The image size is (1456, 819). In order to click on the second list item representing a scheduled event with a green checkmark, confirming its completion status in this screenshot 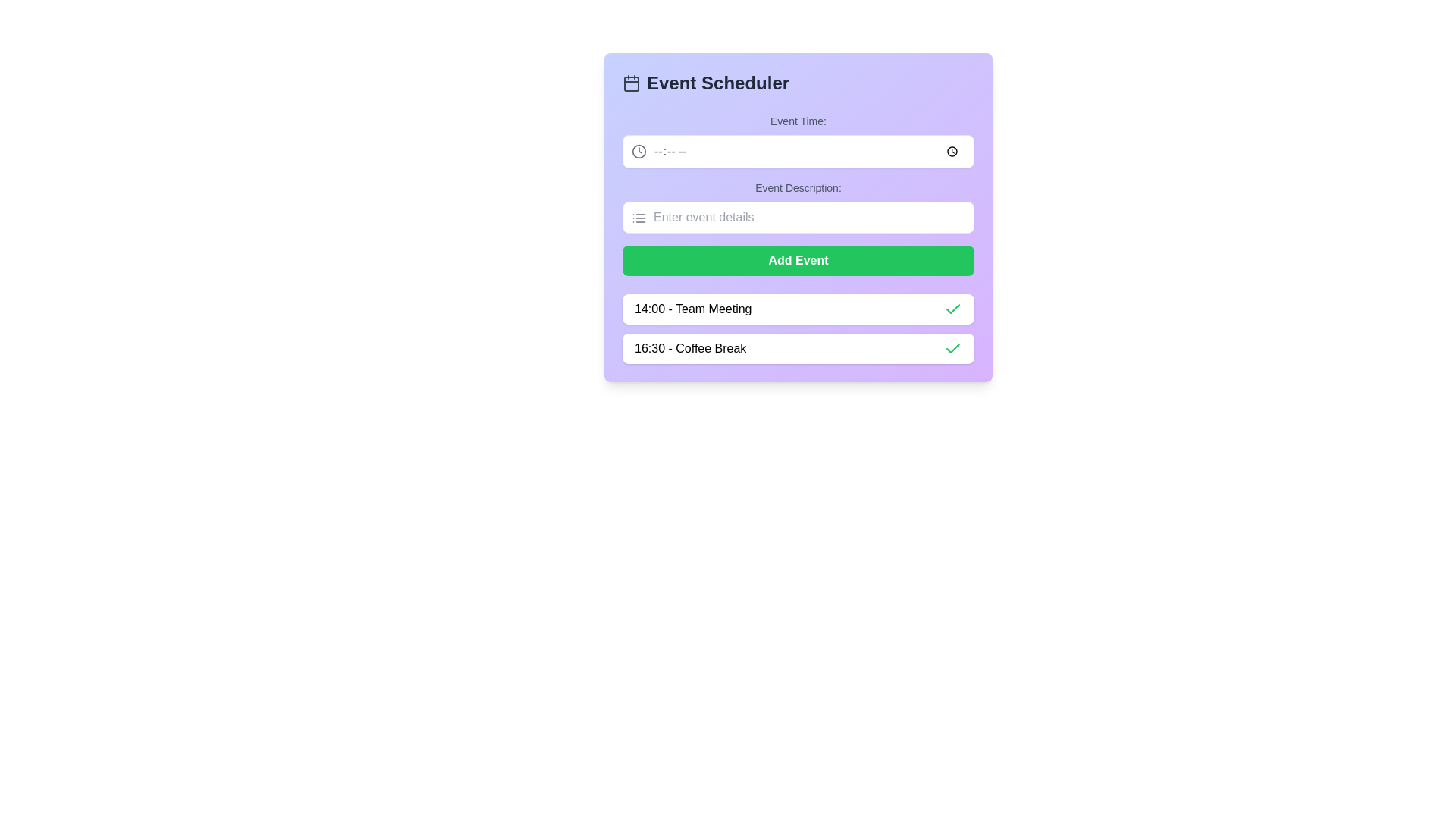, I will do `click(797, 348)`.